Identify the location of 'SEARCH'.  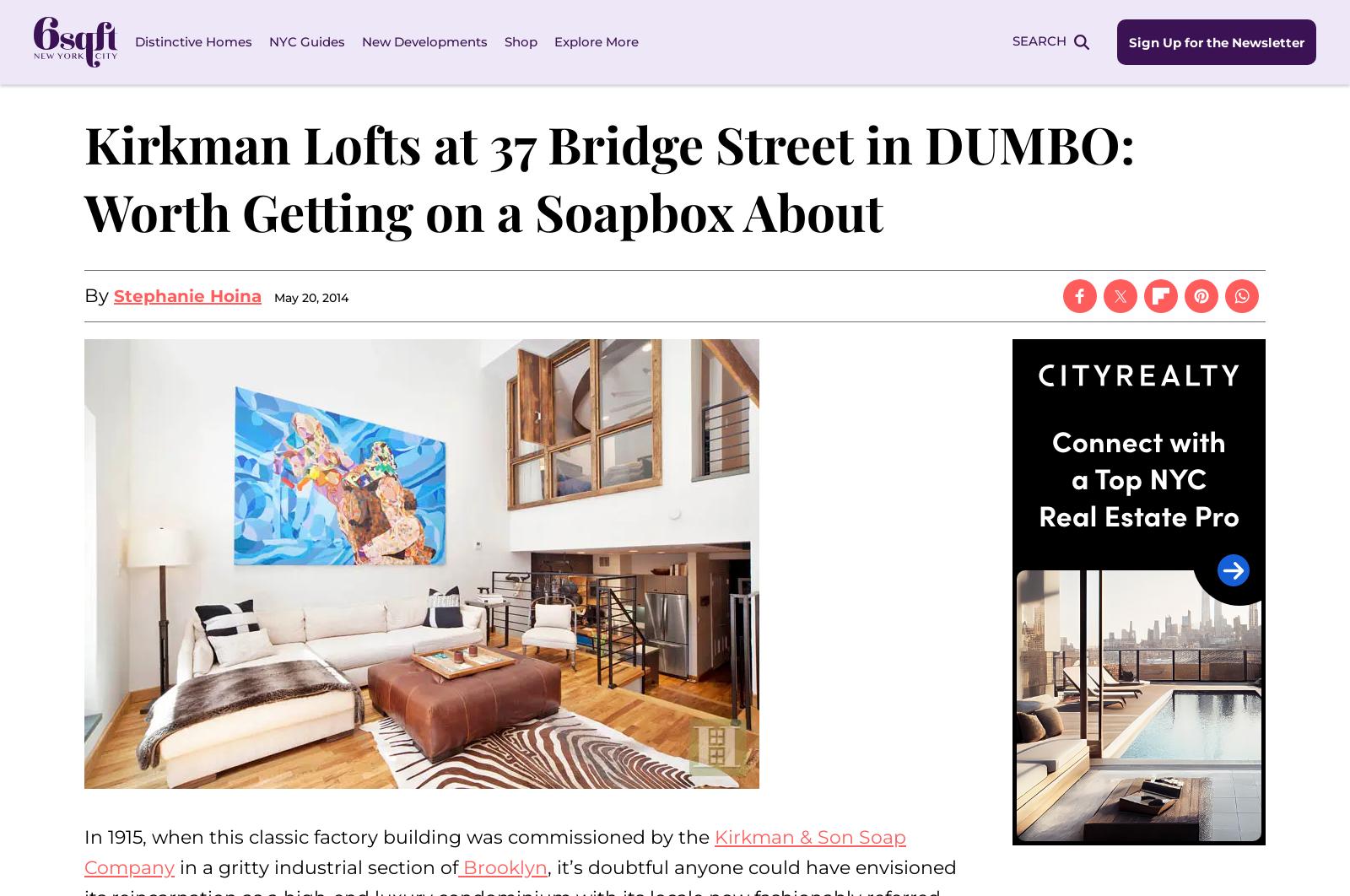
(1039, 40).